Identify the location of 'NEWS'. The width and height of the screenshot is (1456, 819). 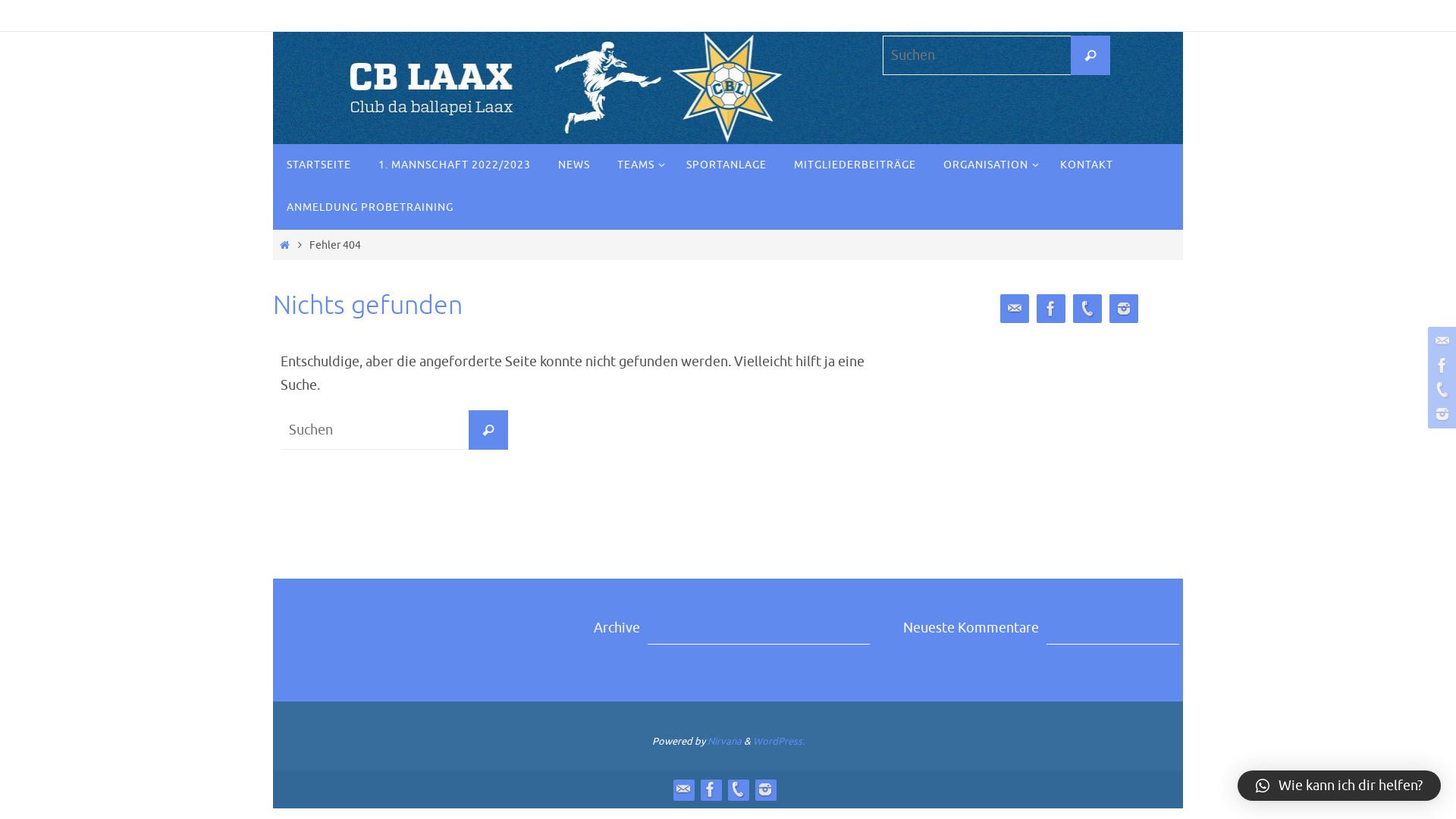
(573, 165).